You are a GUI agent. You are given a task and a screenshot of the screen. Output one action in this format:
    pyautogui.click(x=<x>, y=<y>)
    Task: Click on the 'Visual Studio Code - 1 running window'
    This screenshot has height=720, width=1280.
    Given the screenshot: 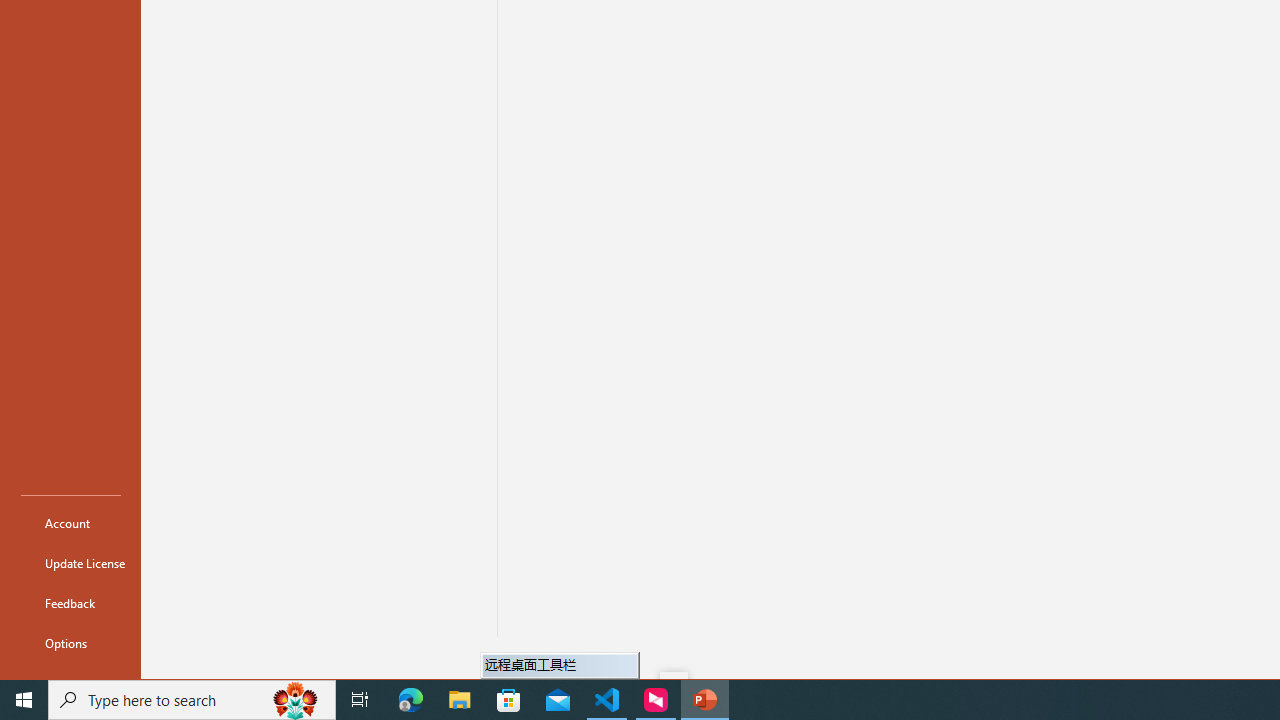 What is the action you would take?
    pyautogui.click(x=606, y=698)
    